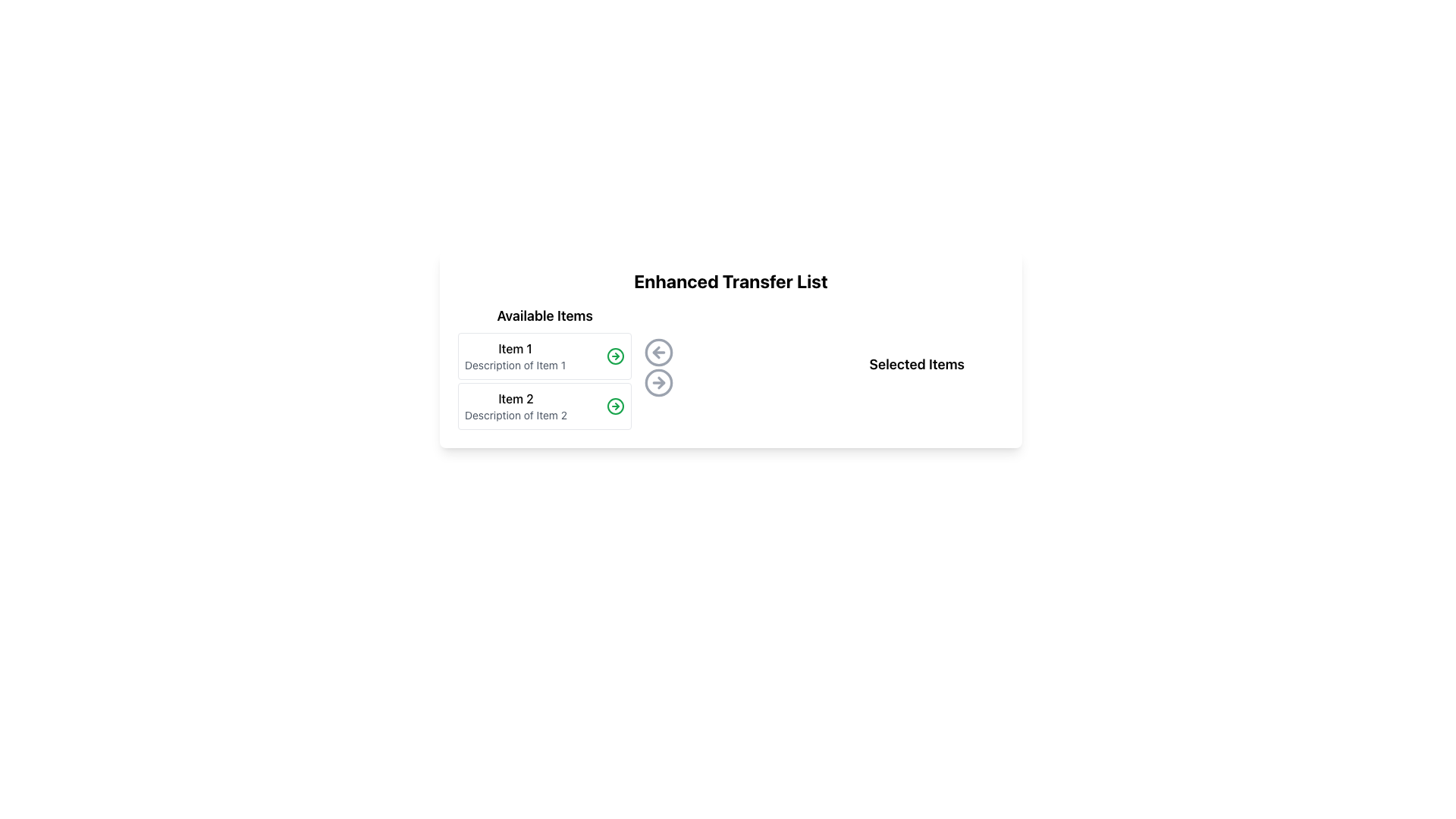 This screenshot has width=1456, height=819. What do you see at coordinates (515, 366) in the screenshot?
I see `the static text label that provides supplementary information for 'Item 1', located in the upper-left section of the interface under 'Item 1'` at bounding box center [515, 366].